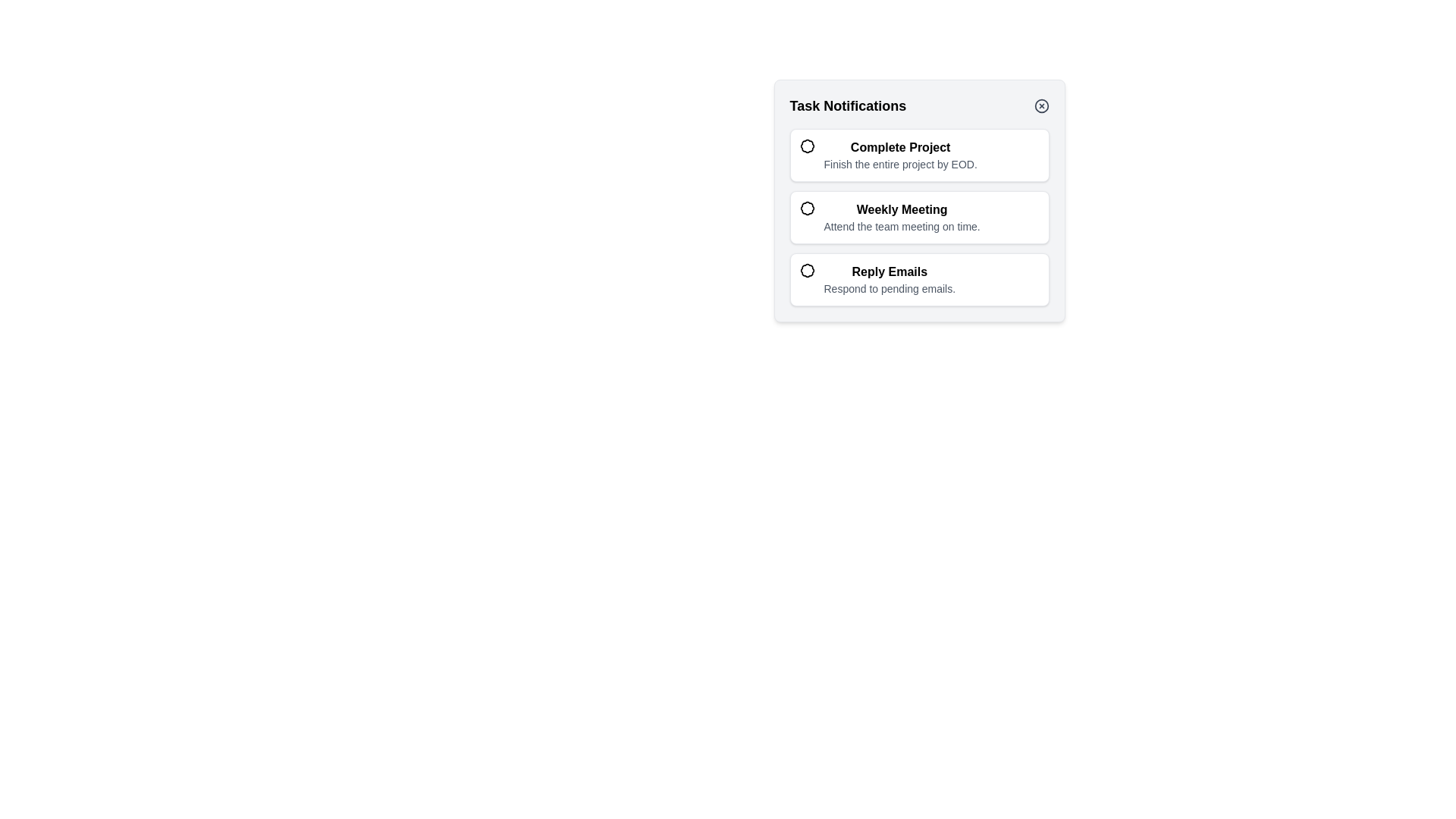 This screenshot has height=819, width=1456. Describe the element at coordinates (806, 208) in the screenshot. I see `decorative graphic within the priority badge located to the left of the 'Weekly Meeting' label in the second row of the task list interface` at that location.